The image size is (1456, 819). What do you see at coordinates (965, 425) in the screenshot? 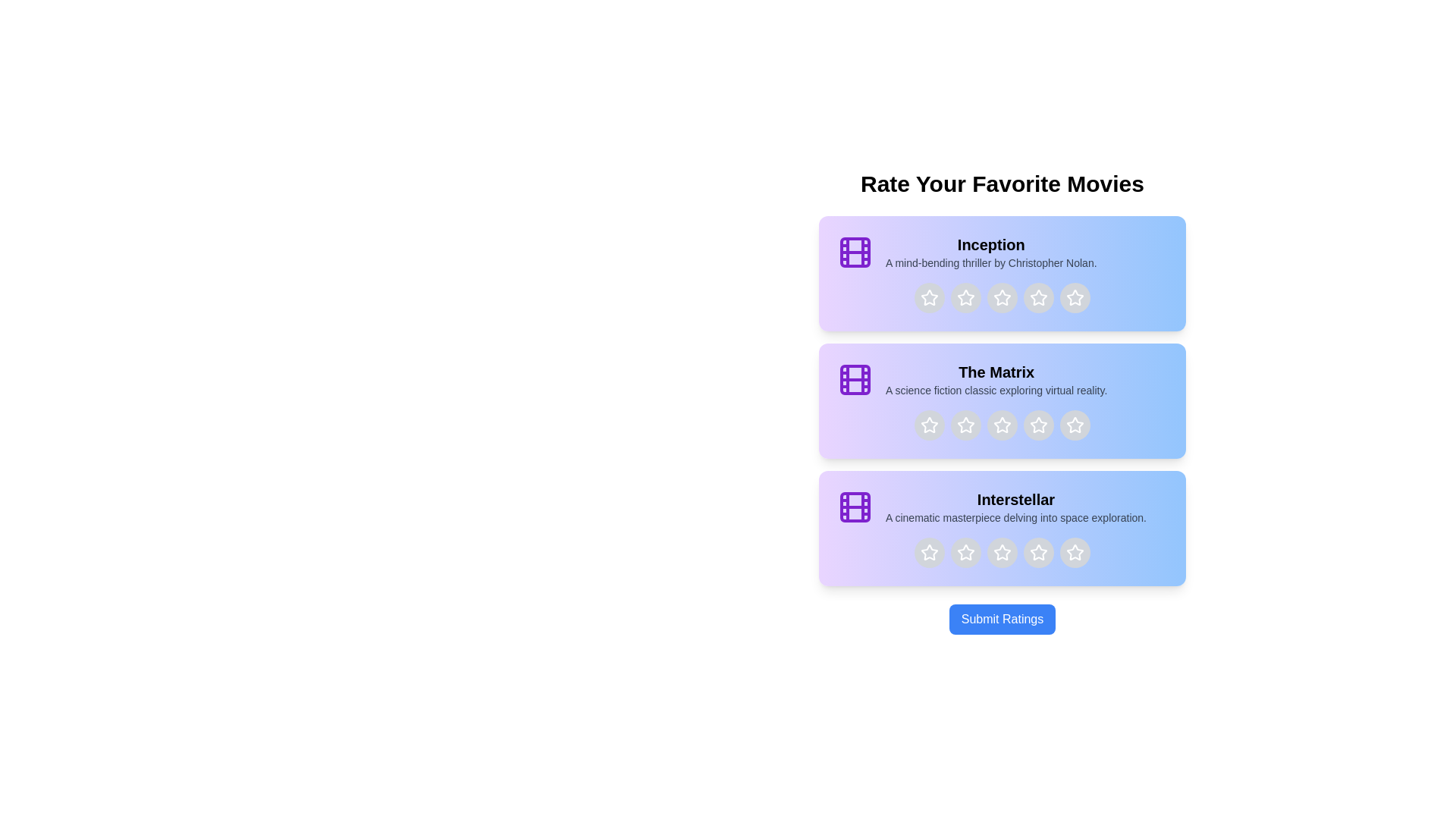
I see `the star corresponding to 2 stars for the movie titled The Matrix` at bounding box center [965, 425].